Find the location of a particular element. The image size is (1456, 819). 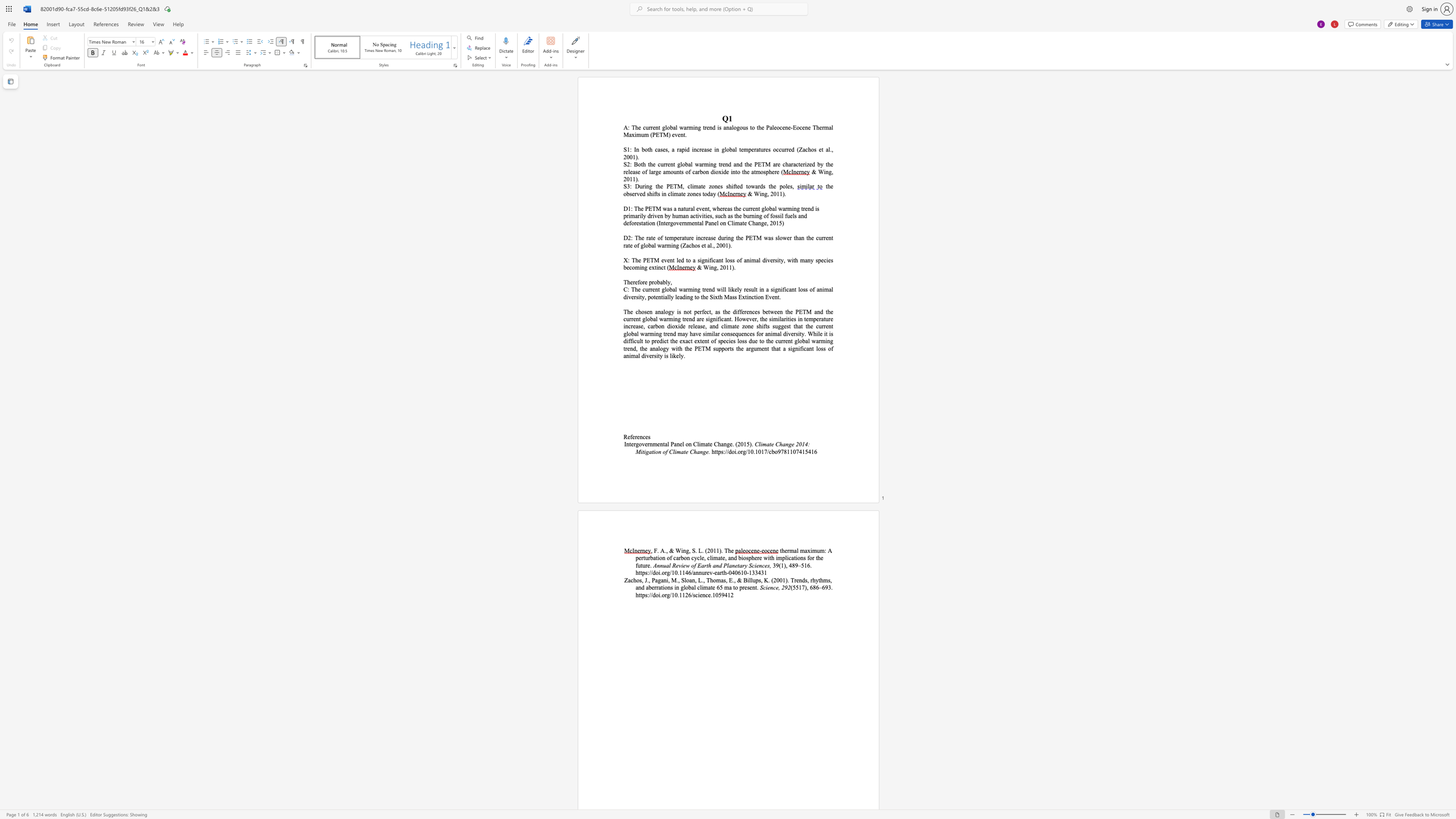

the subset text "characterized by the r" within the text "PETM are characterized by the release of" is located at coordinates (782, 164).